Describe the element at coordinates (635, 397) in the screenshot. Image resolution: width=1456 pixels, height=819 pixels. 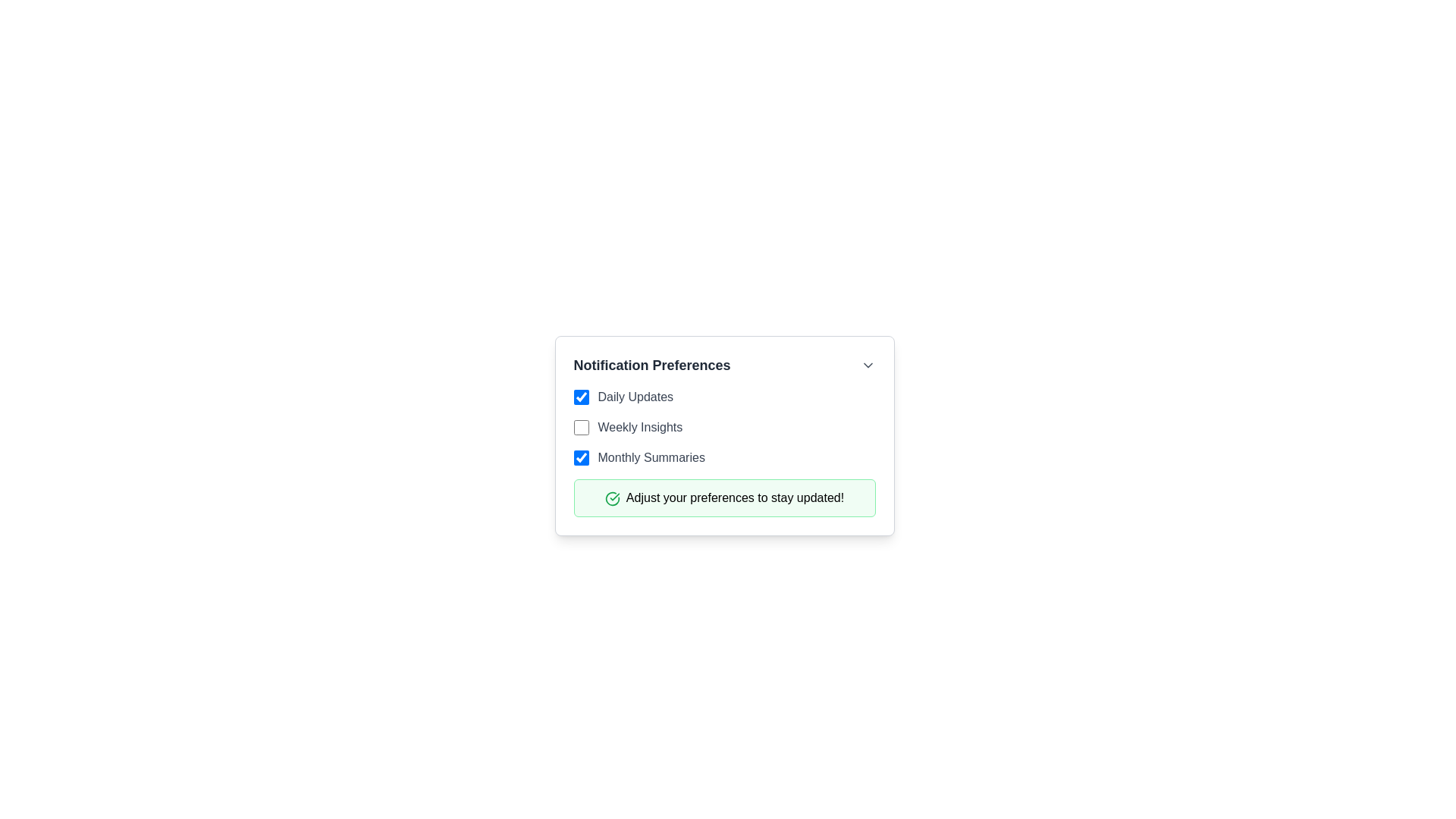
I see `label text 'Daily Updates' which is displayed in dark gray, located next to the first checkbox in the 'Notification Preferences' section` at that location.